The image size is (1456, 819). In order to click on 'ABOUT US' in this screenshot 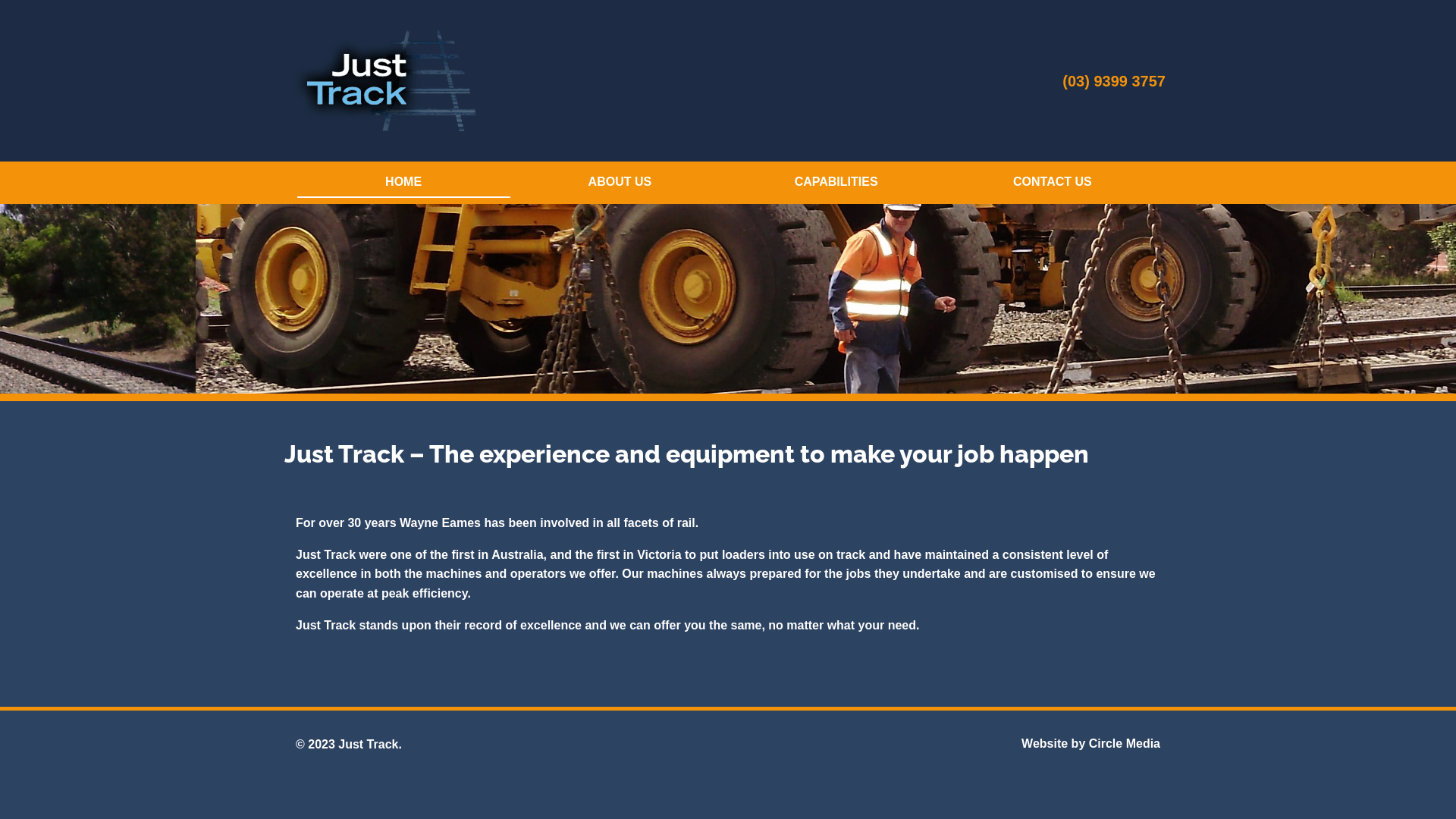, I will do `click(620, 181)`.